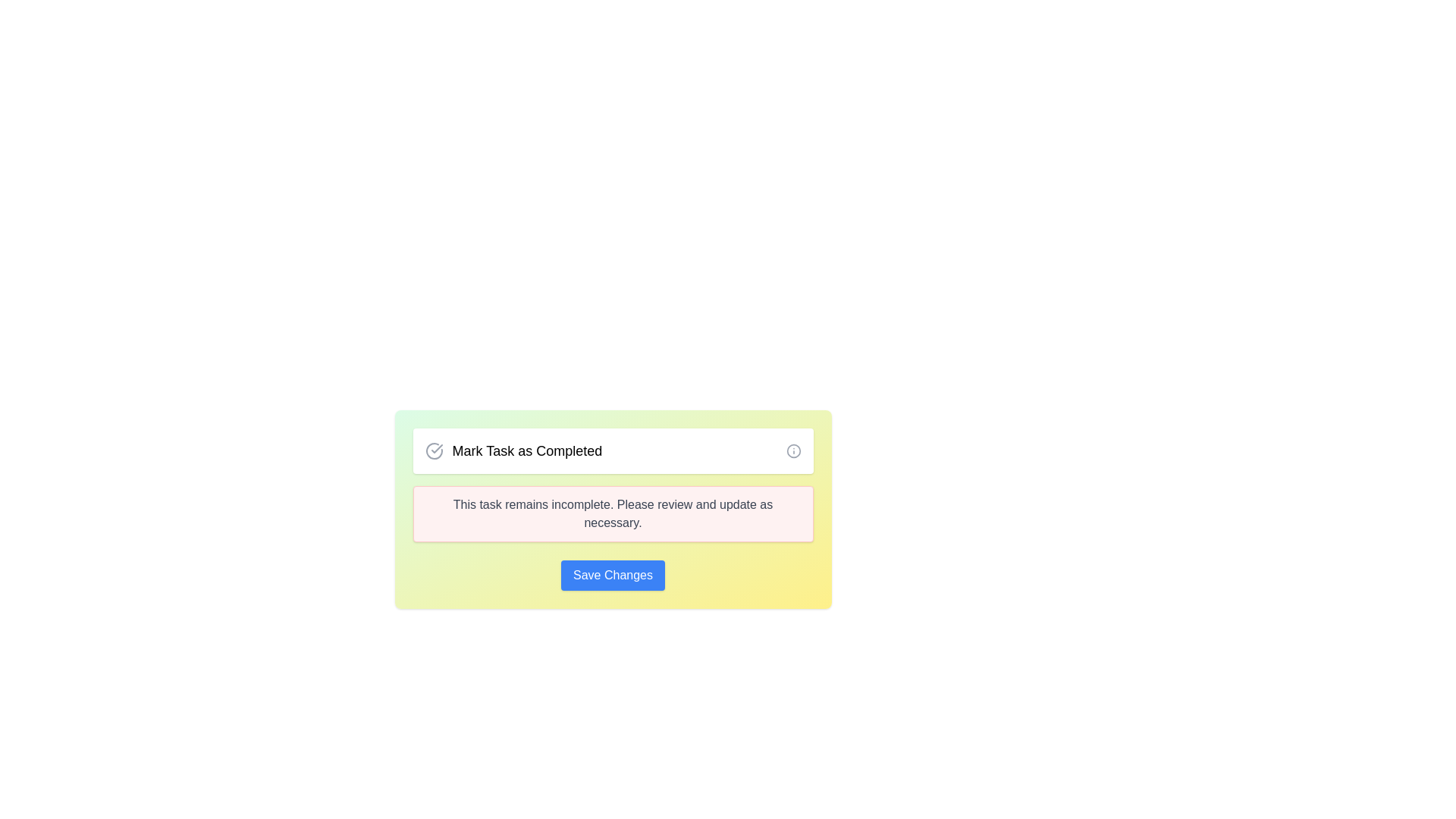  What do you see at coordinates (527, 450) in the screenshot?
I see `the static text label that reads 'Mark Task as Completed', which is aligned to the right of a circular checkmark icon on a pastel green background` at bounding box center [527, 450].